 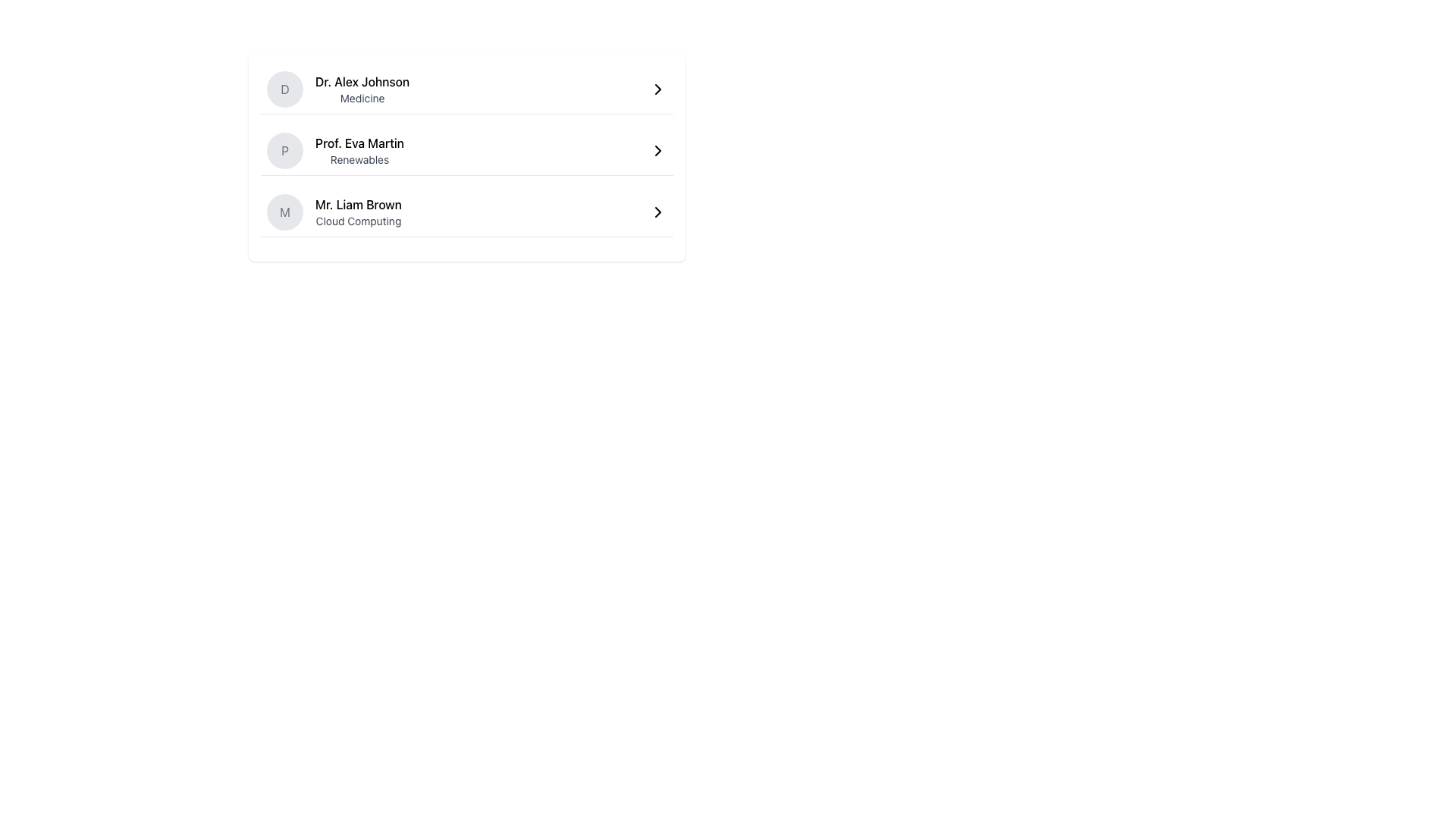 I want to click on the text label that serves as a subtitle for the profile 'Prof. Eva Martin', which indicates the category 'Renewables', so click(x=359, y=160).